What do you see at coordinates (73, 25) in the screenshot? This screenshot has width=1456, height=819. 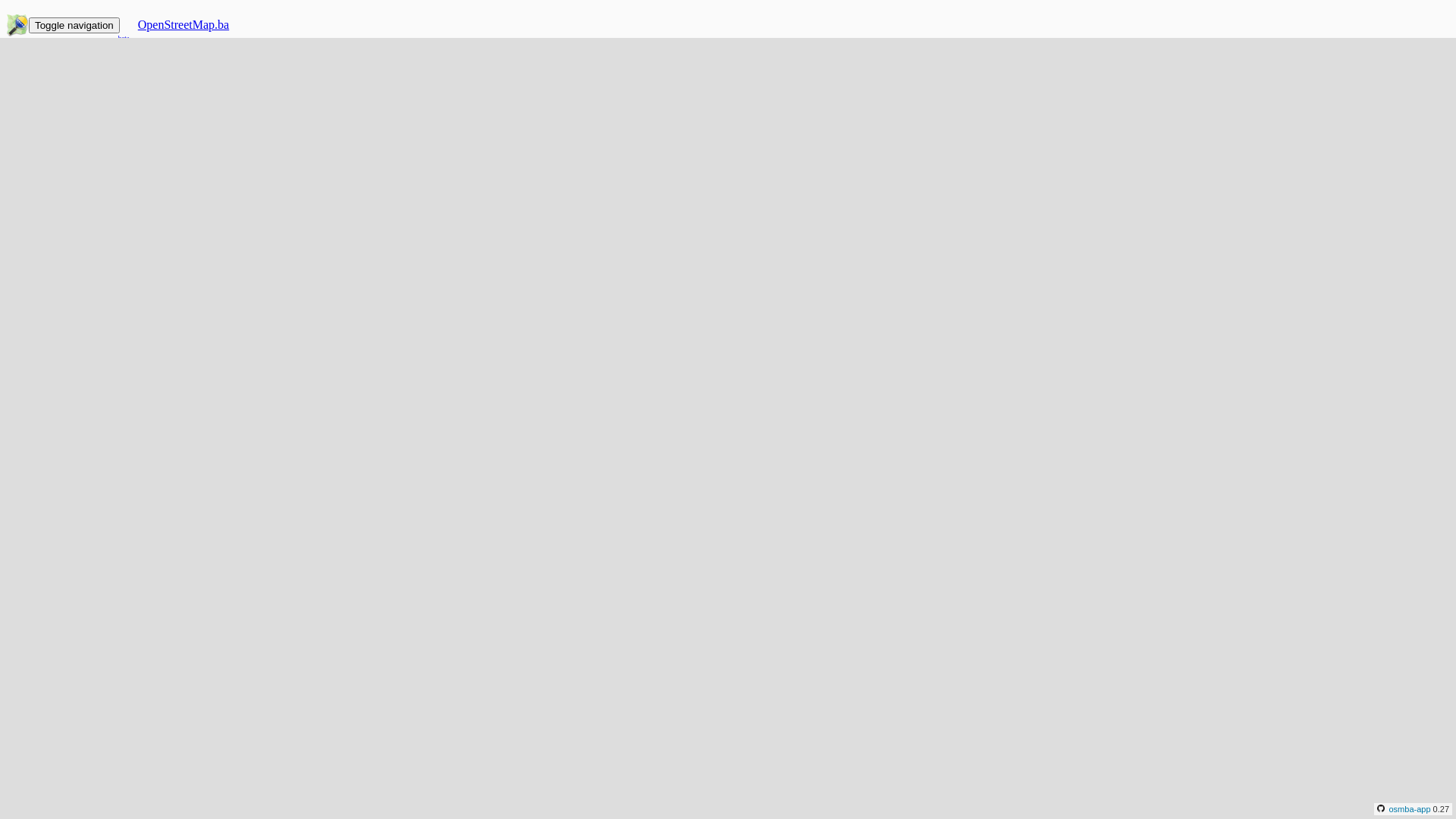 I see `'Toggle navigation'` at bounding box center [73, 25].